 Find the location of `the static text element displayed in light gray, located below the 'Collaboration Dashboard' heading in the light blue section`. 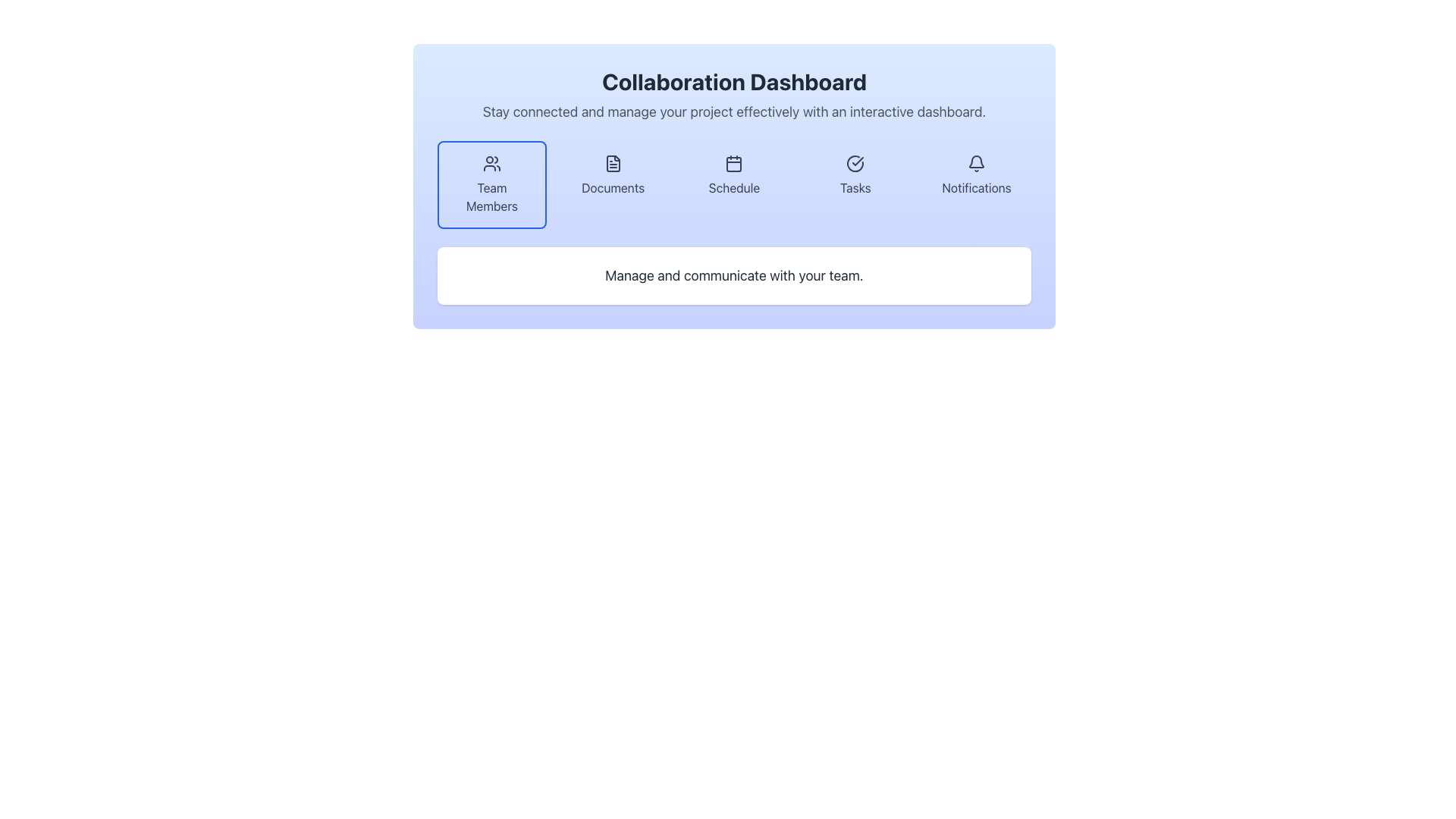

the static text element displayed in light gray, located below the 'Collaboration Dashboard' heading in the light blue section is located at coordinates (734, 111).